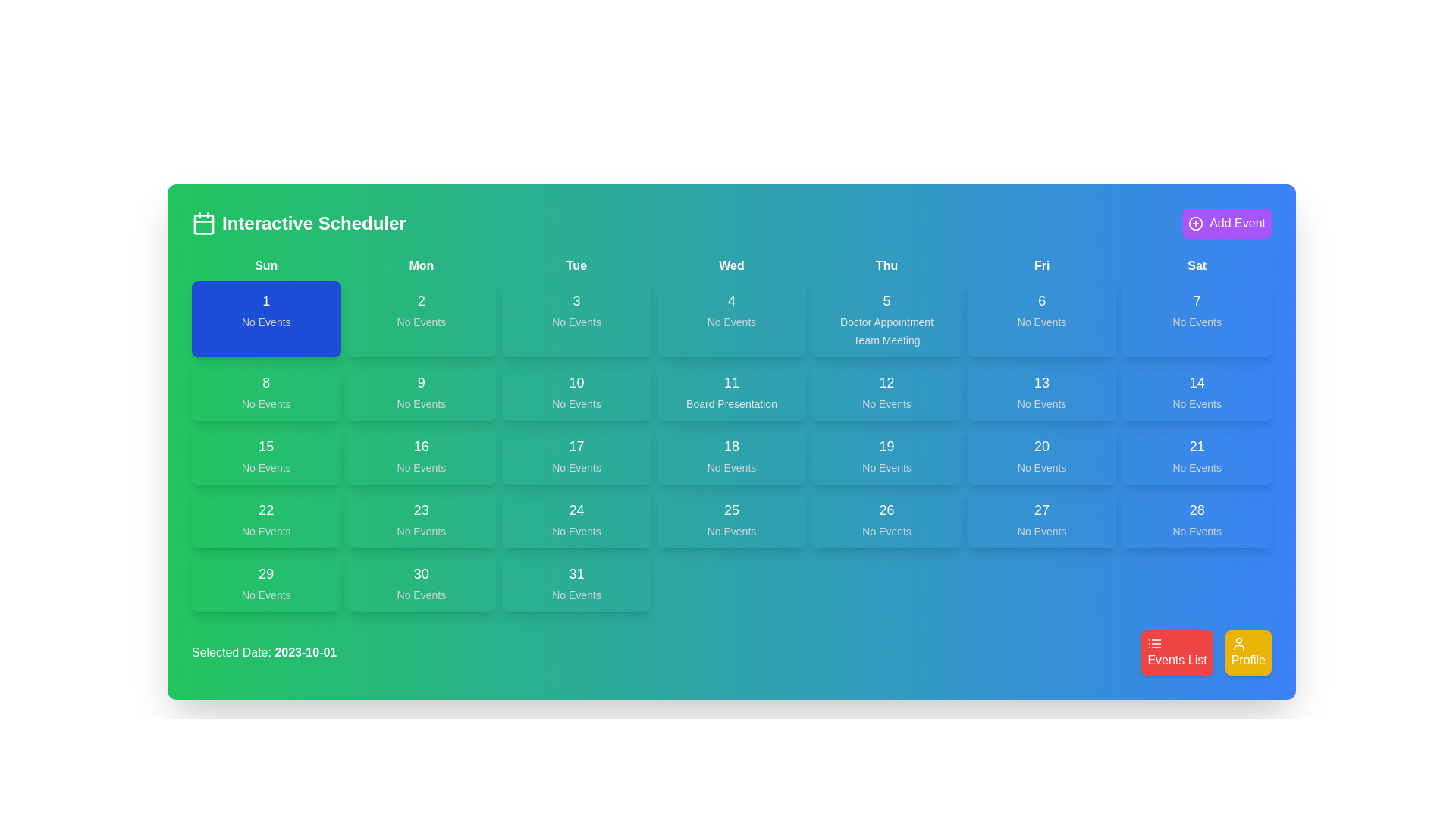 This screenshot has height=819, width=1456. I want to click on the text label indicating no scheduled events for the day '31', located at the bottom right corner of the calendar component, so click(576, 595).